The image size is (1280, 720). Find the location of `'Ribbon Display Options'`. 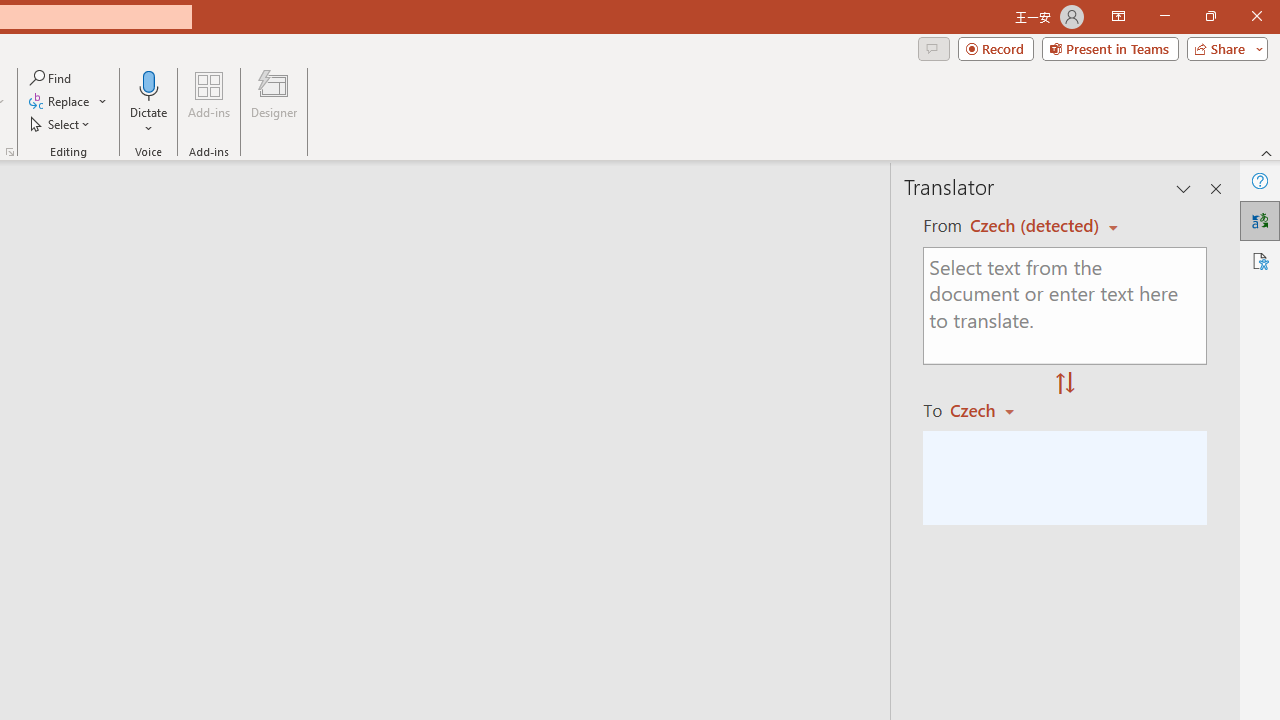

'Ribbon Display Options' is located at coordinates (1117, 16).